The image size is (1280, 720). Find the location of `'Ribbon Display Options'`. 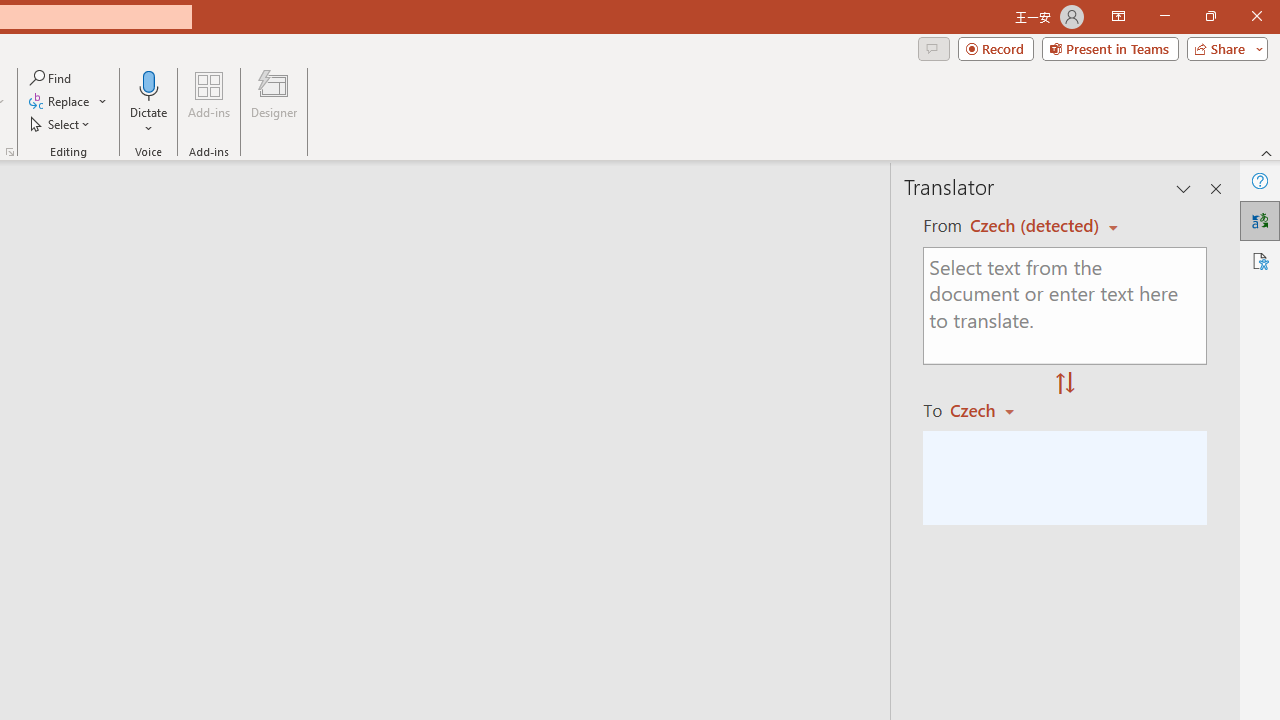

'Ribbon Display Options' is located at coordinates (1117, 16).